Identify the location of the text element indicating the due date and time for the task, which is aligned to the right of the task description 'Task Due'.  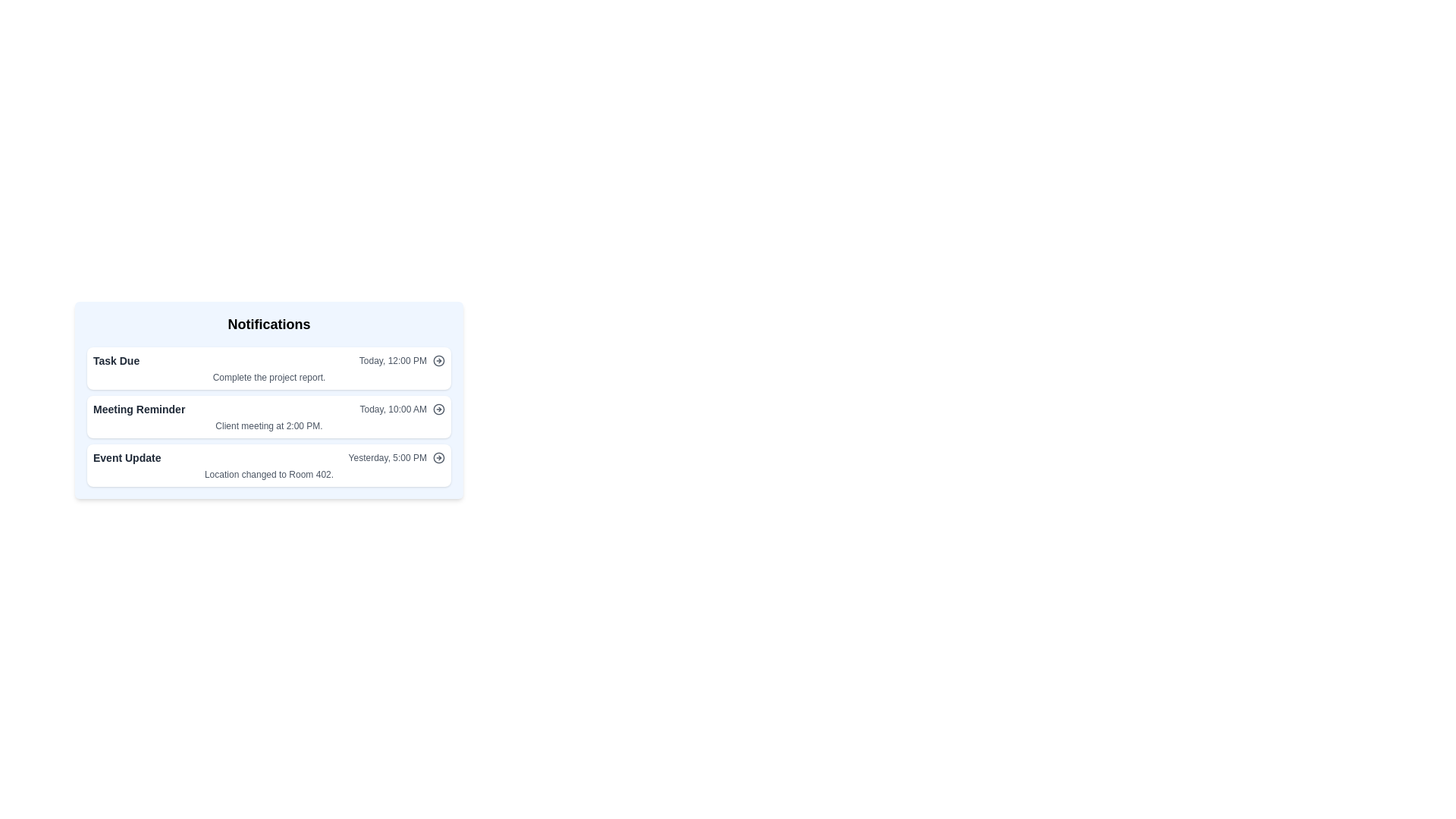
(402, 360).